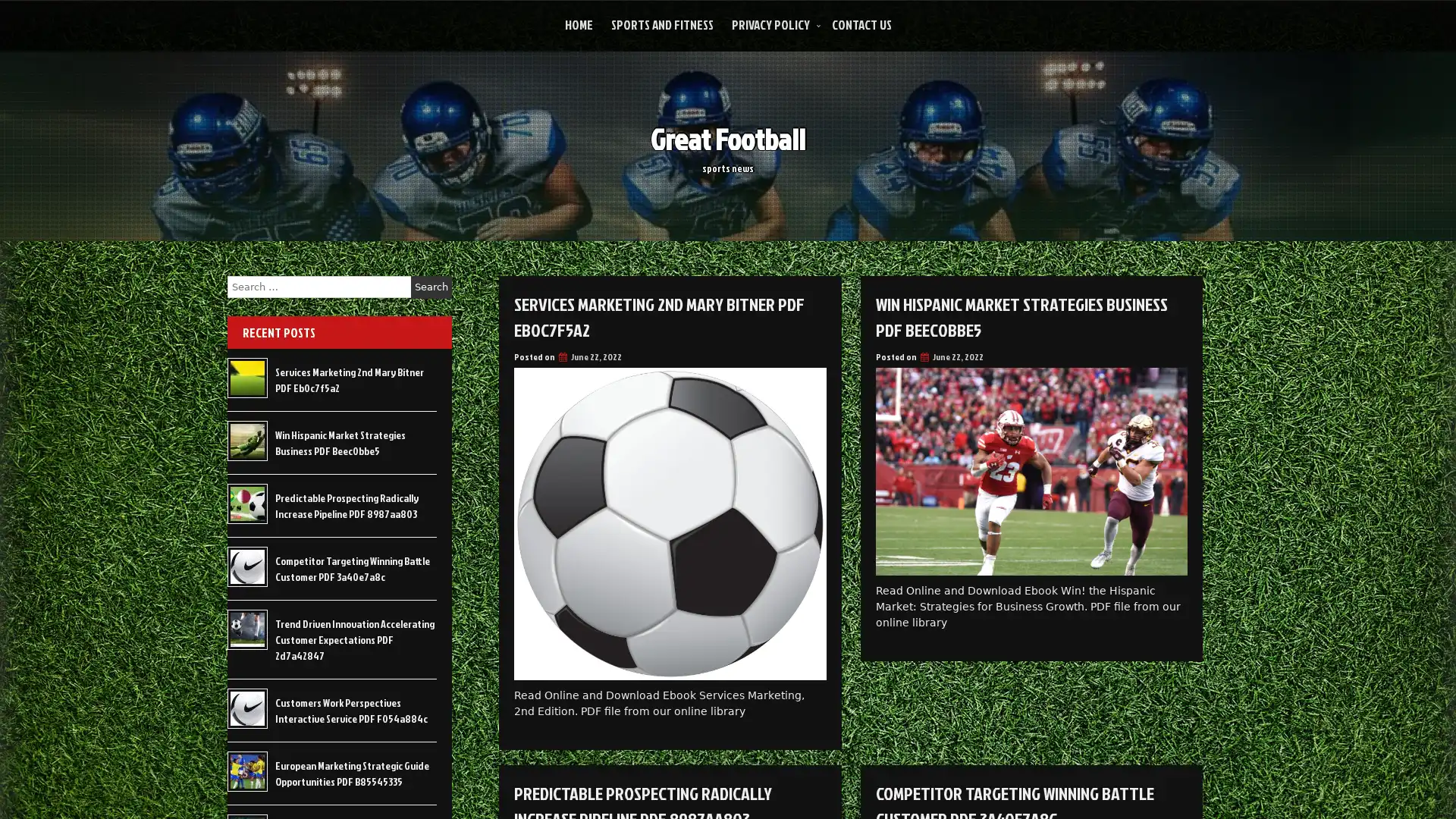 This screenshot has width=1456, height=819. What do you see at coordinates (431, 287) in the screenshot?
I see `Search` at bounding box center [431, 287].